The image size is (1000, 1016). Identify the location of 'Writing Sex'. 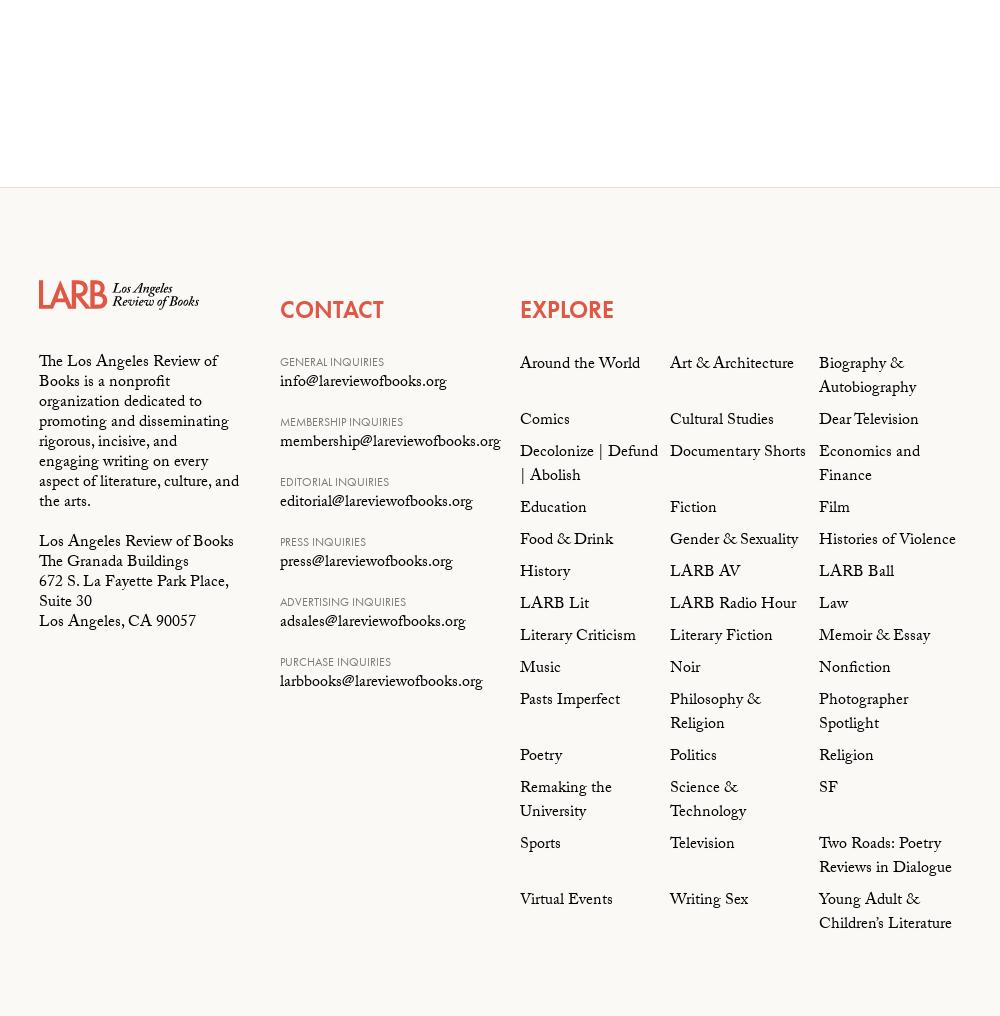
(707, 900).